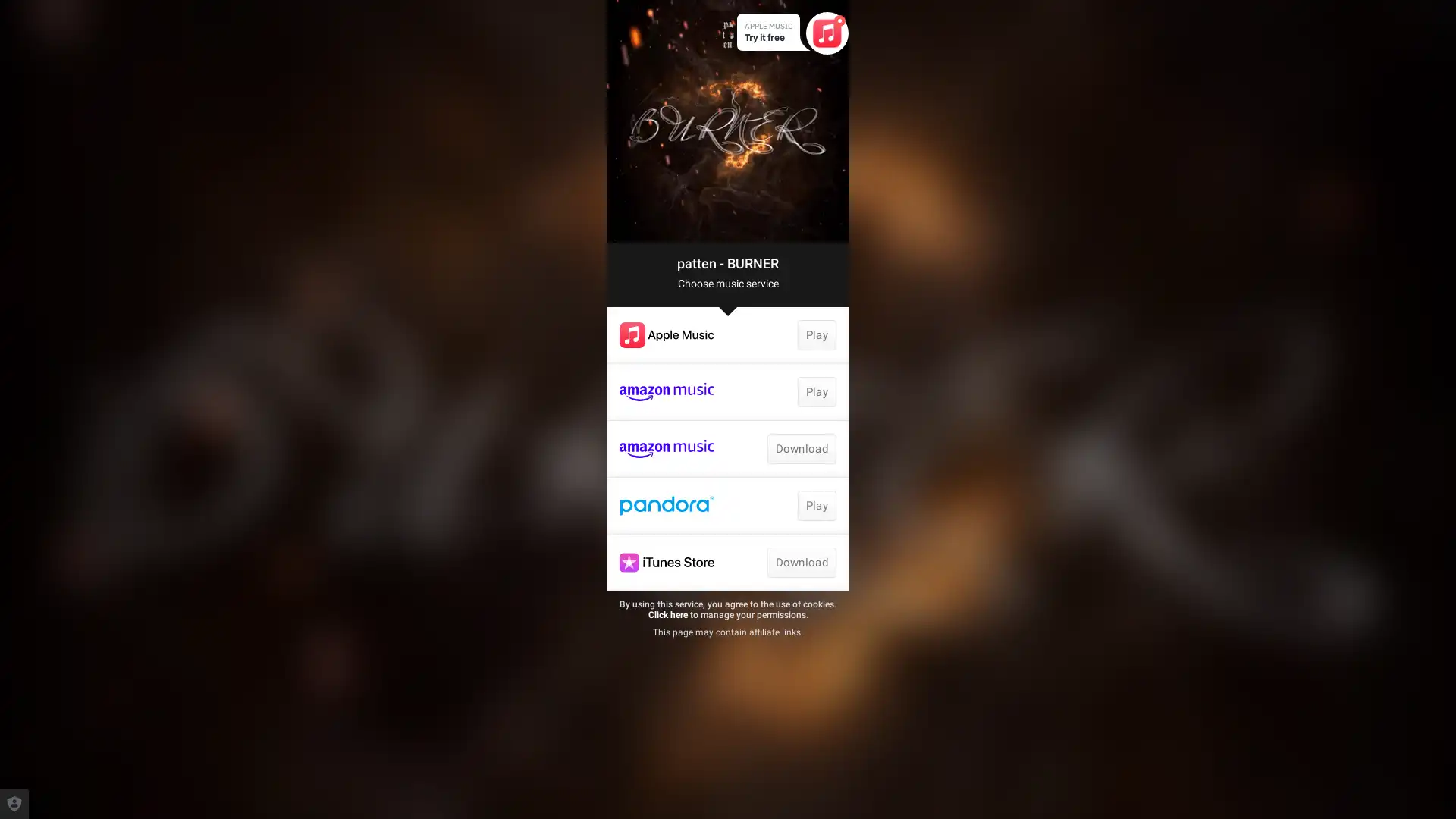 This screenshot has width=1456, height=819. I want to click on Play, so click(815, 506).